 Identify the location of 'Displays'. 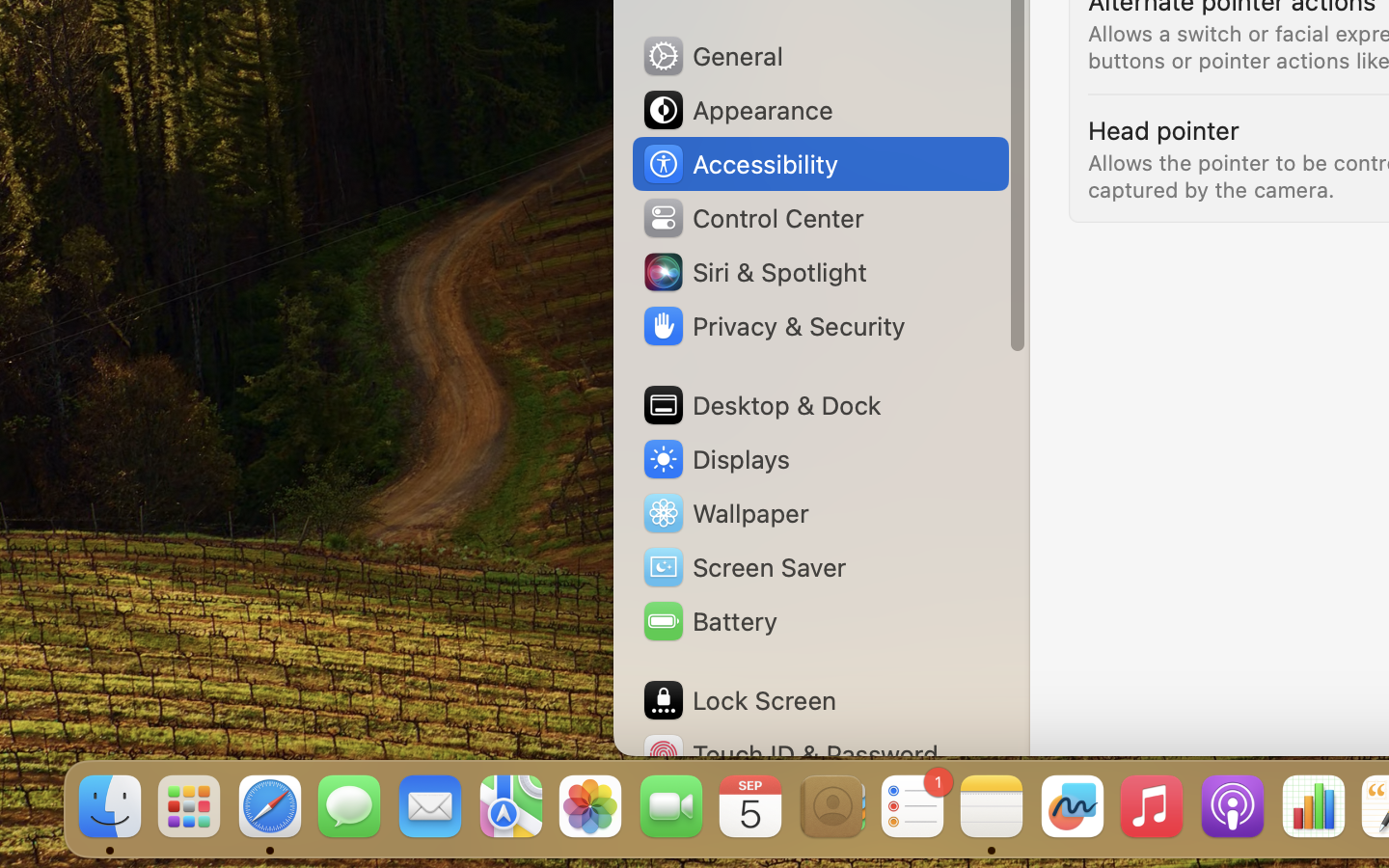
(715, 458).